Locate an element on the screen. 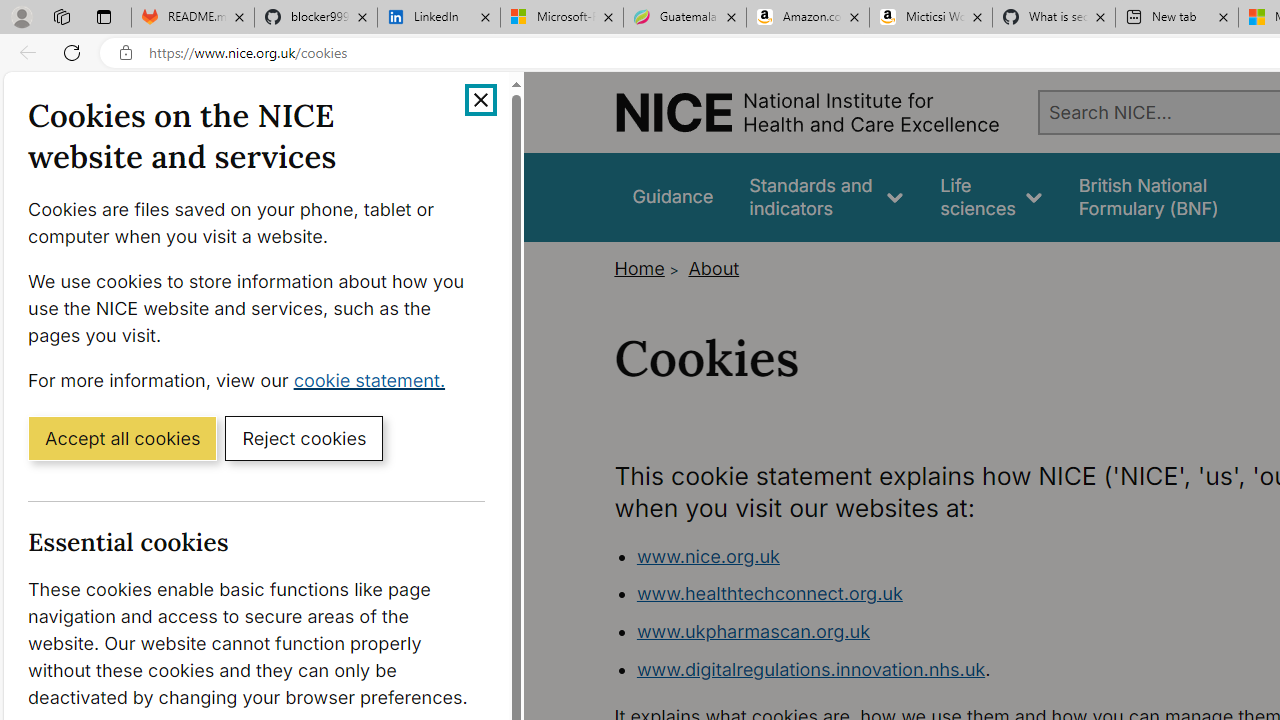 Image resolution: width=1280 pixels, height=720 pixels. 'Close cookie banner' is located at coordinates (480, 100).